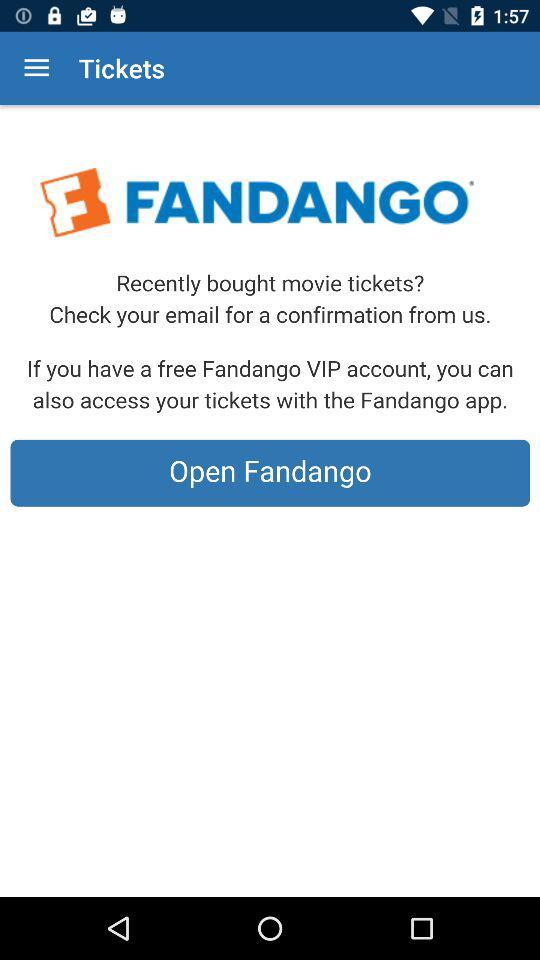 This screenshot has height=960, width=540. Describe the element at coordinates (270, 500) in the screenshot. I see `open app` at that location.